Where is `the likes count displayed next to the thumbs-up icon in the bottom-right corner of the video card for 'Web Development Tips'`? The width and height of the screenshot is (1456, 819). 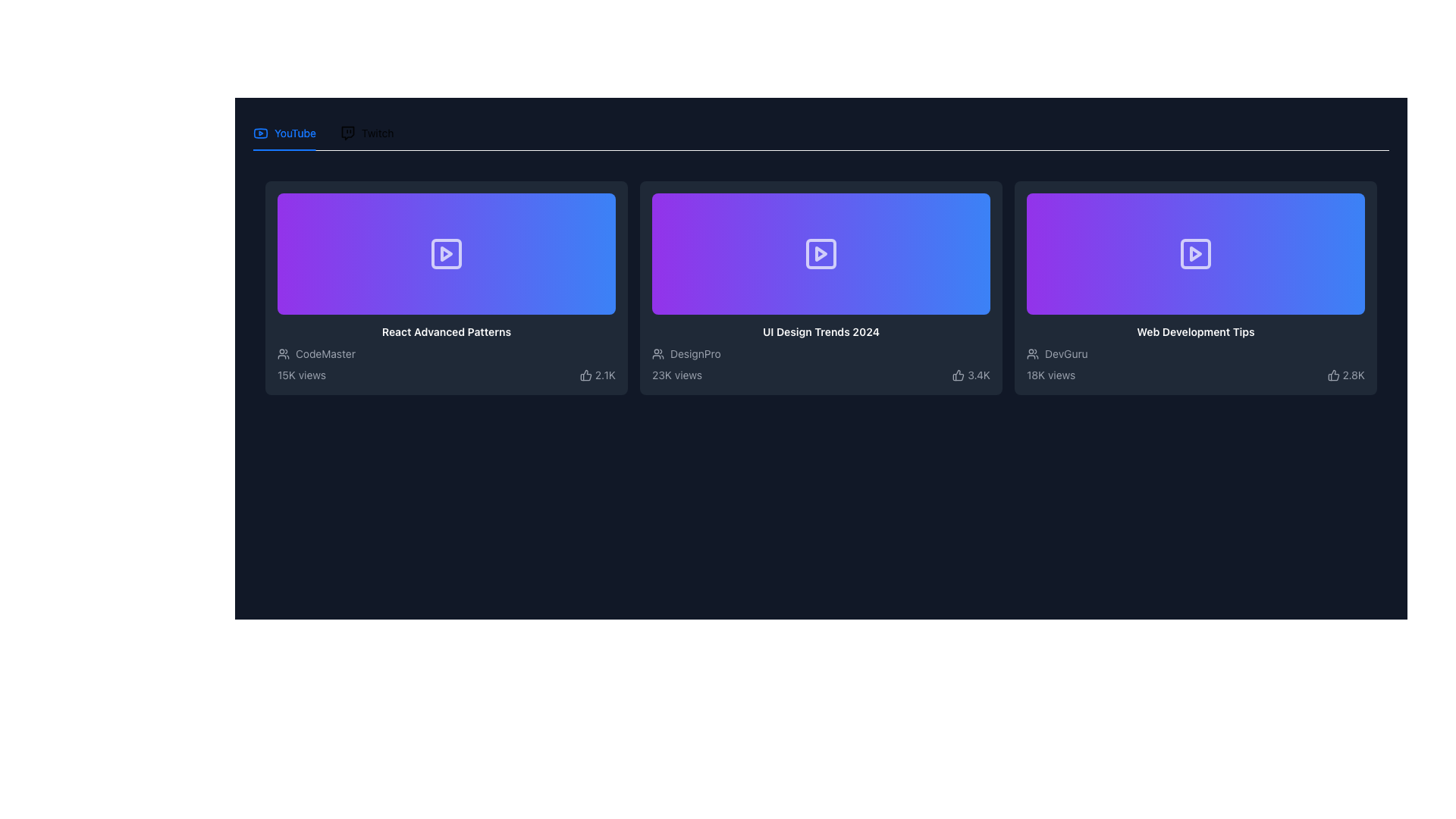 the likes count displayed next to the thumbs-up icon in the bottom-right corner of the video card for 'Web Development Tips' is located at coordinates (1346, 375).